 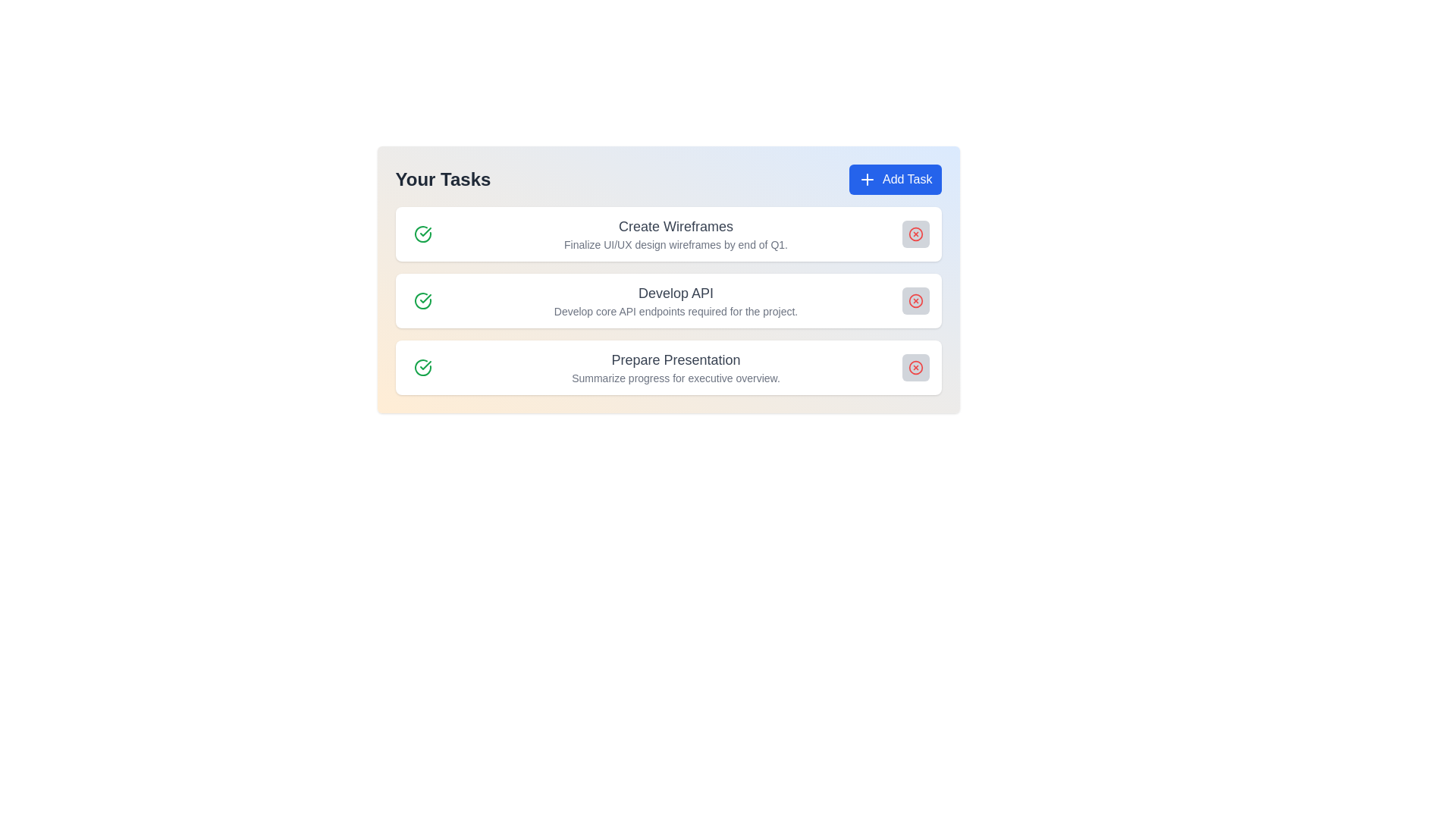 What do you see at coordinates (425, 231) in the screenshot?
I see `the checkmark icon indicating the completion status of the 'Develop API' task in the task list` at bounding box center [425, 231].